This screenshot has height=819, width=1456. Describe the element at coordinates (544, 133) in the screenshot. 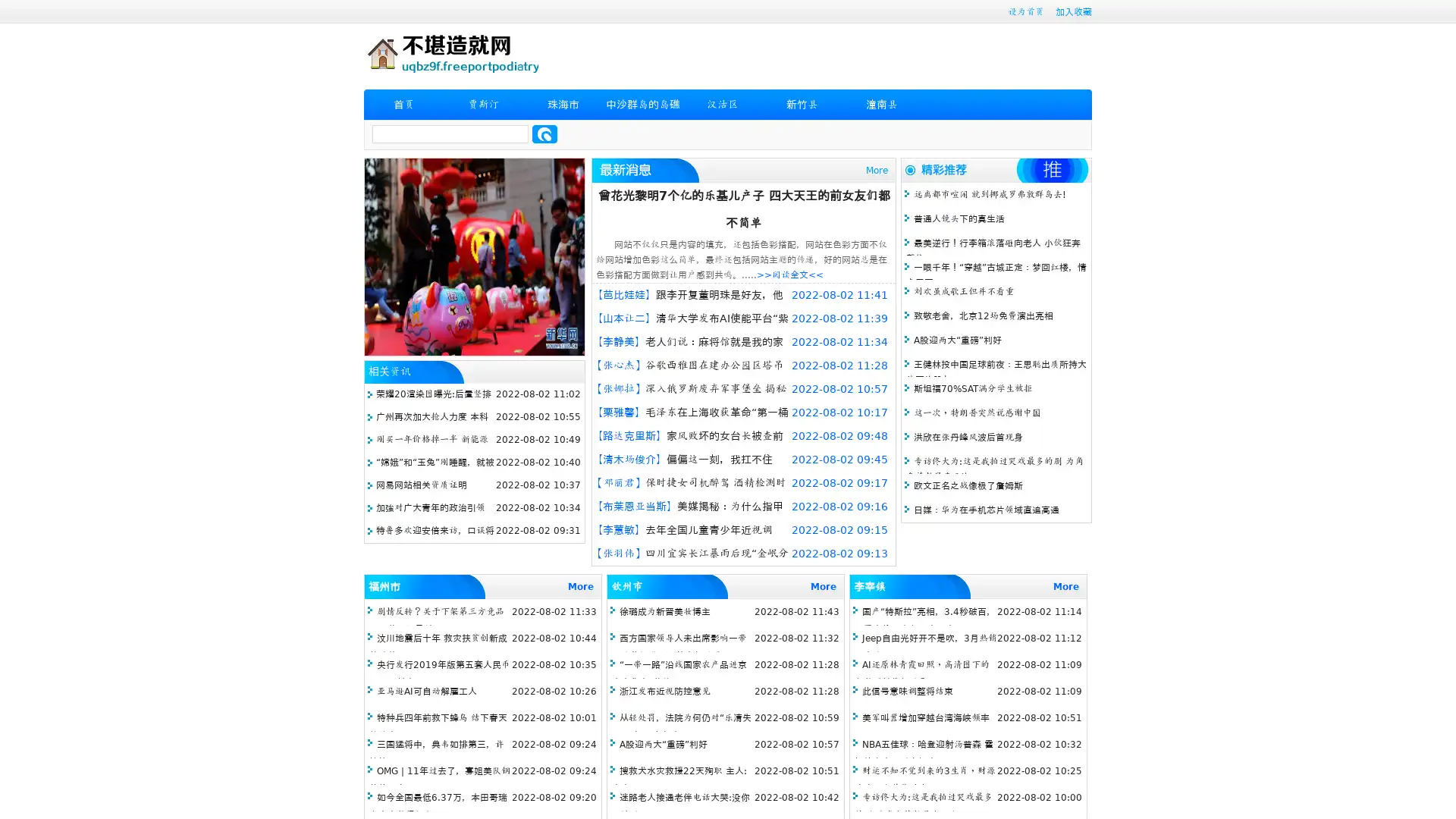

I see `Search` at that location.